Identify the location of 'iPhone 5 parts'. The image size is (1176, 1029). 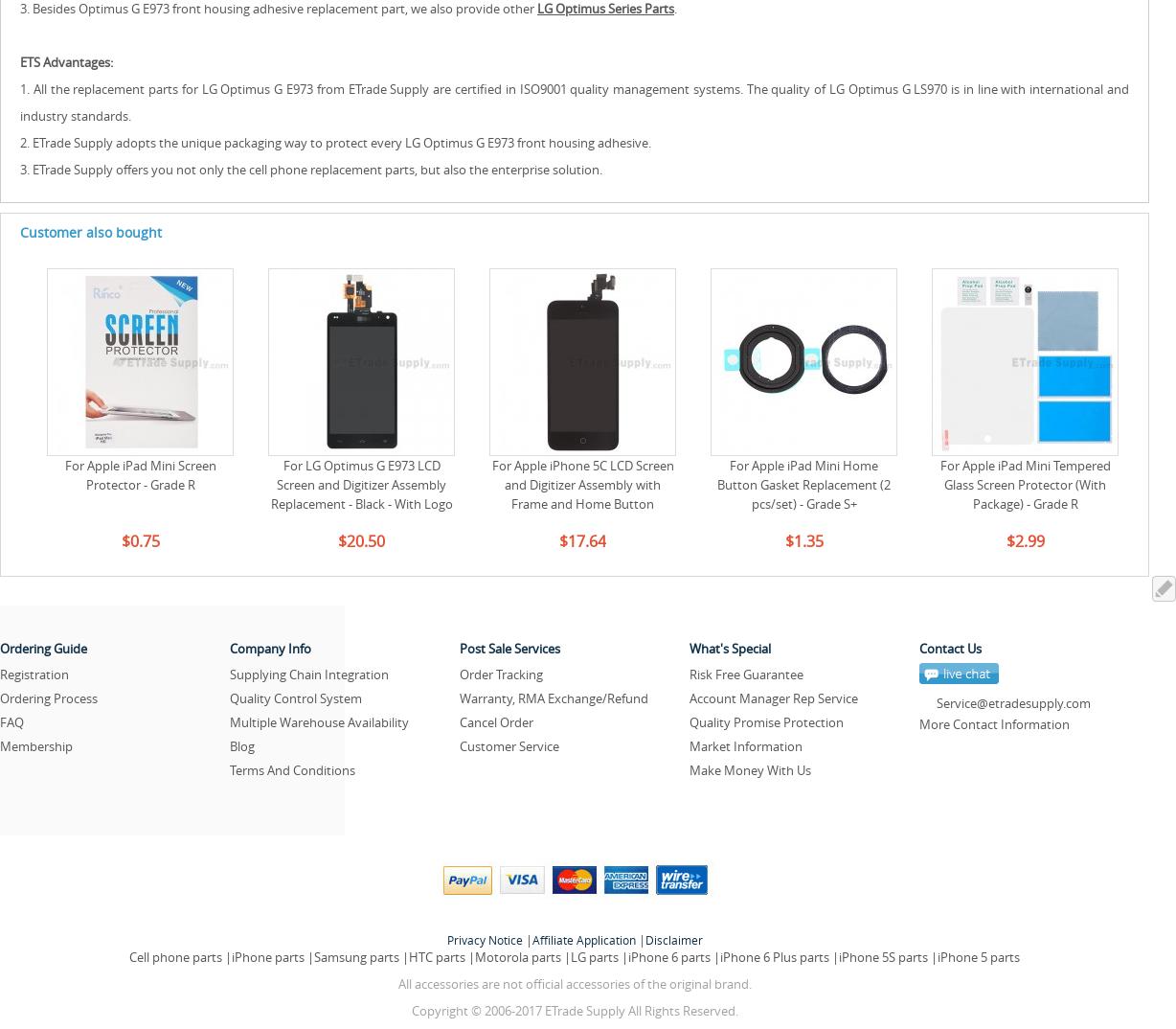
(978, 956).